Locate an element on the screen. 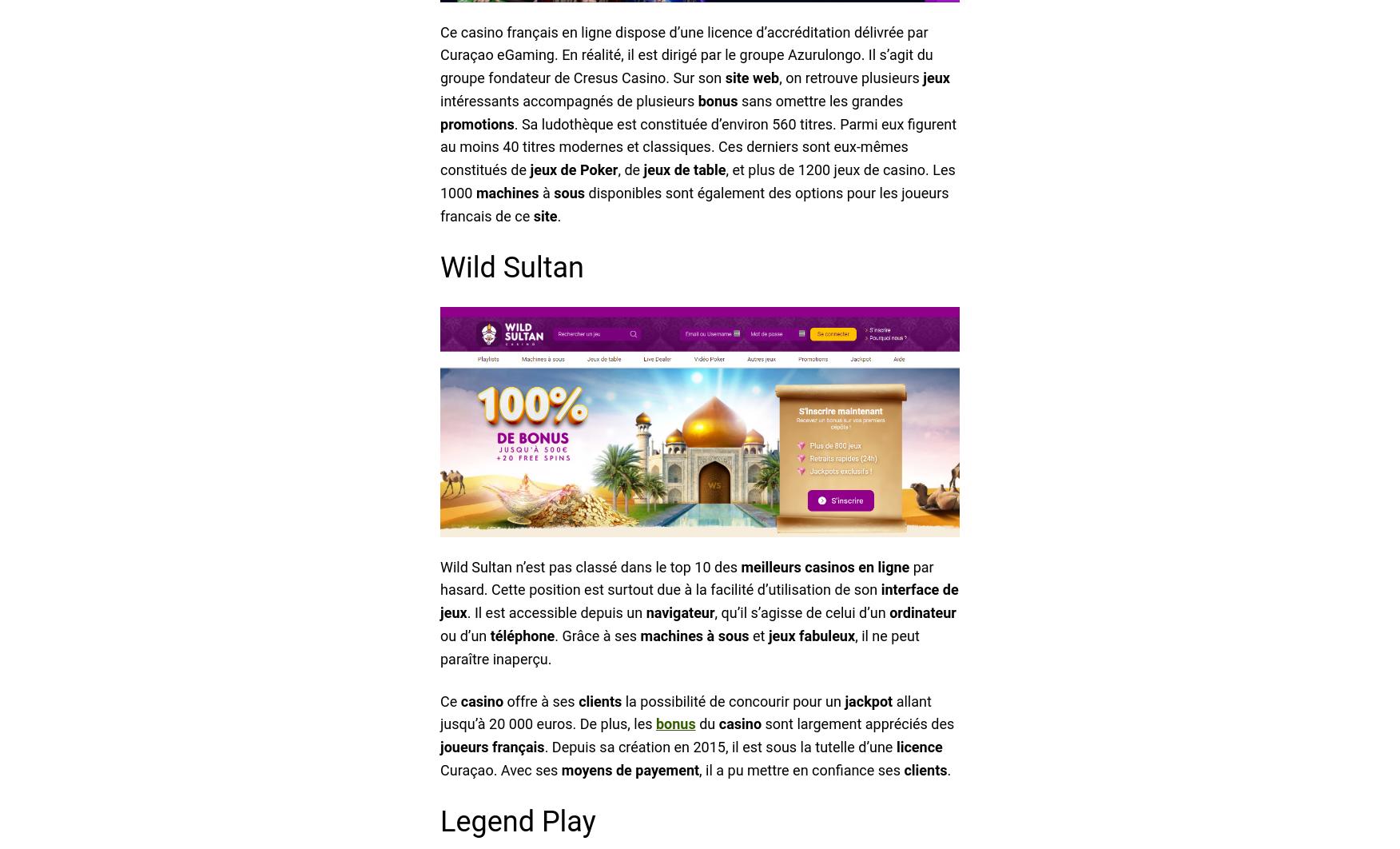 The height and width of the screenshot is (849, 1400). 'téléphone' is located at coordinates (522, 636).